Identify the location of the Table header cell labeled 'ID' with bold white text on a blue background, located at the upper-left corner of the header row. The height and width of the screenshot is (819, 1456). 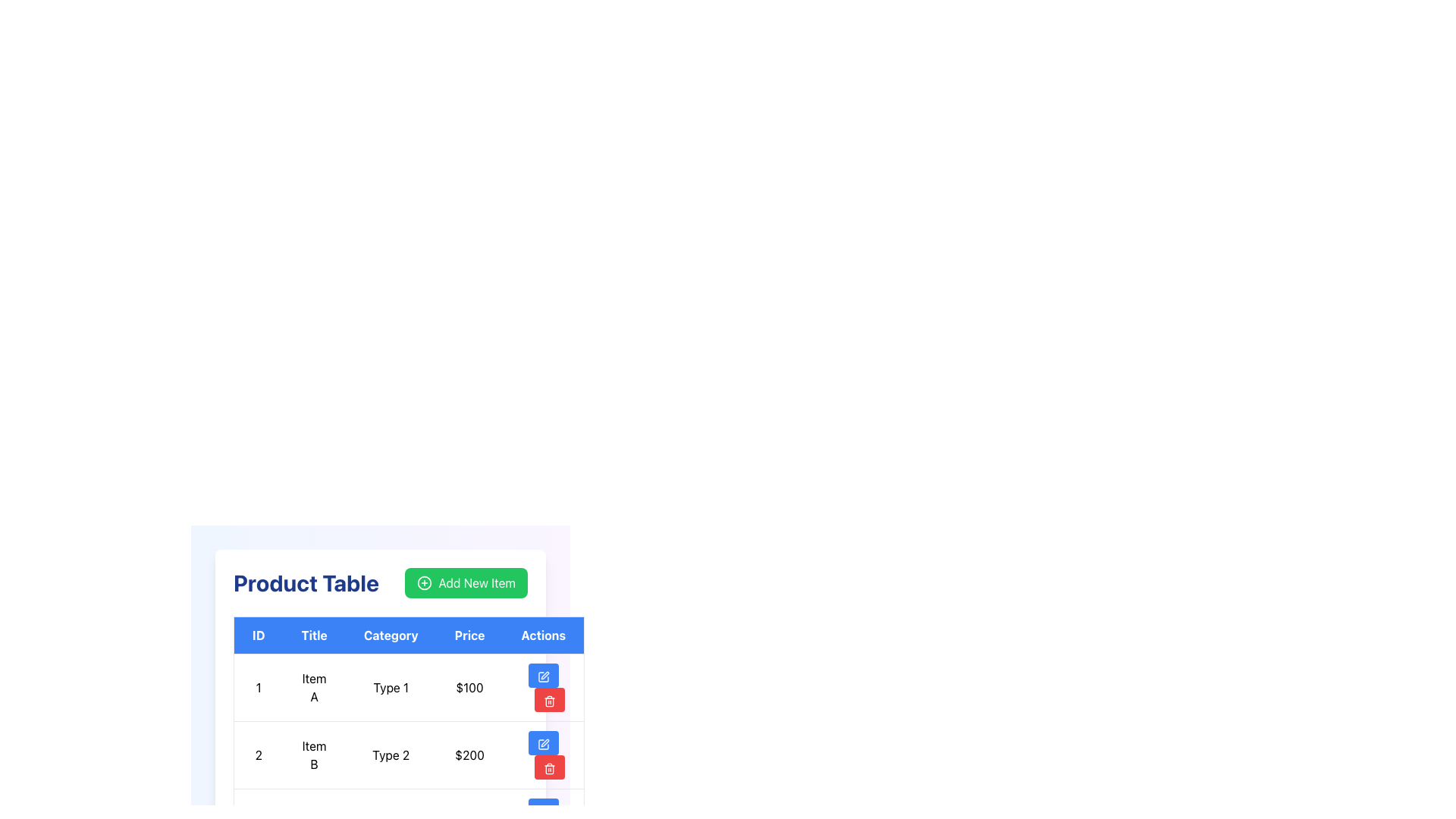
(258, 635).